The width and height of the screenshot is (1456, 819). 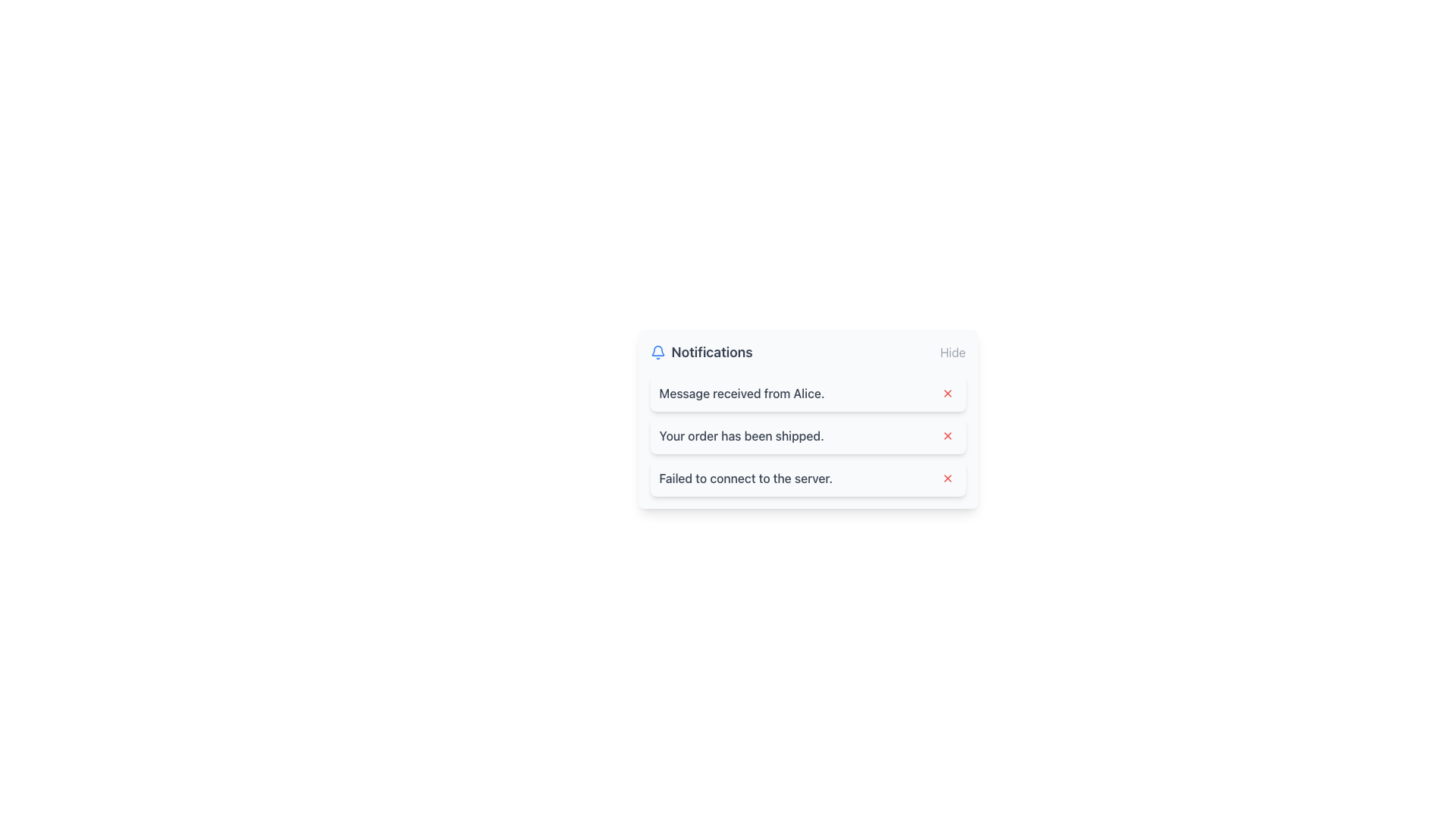 I want to click on the bell icon with a blue outline located to the left of the 'Notifications' heading in the notification panel, so click(x=657, y=353).